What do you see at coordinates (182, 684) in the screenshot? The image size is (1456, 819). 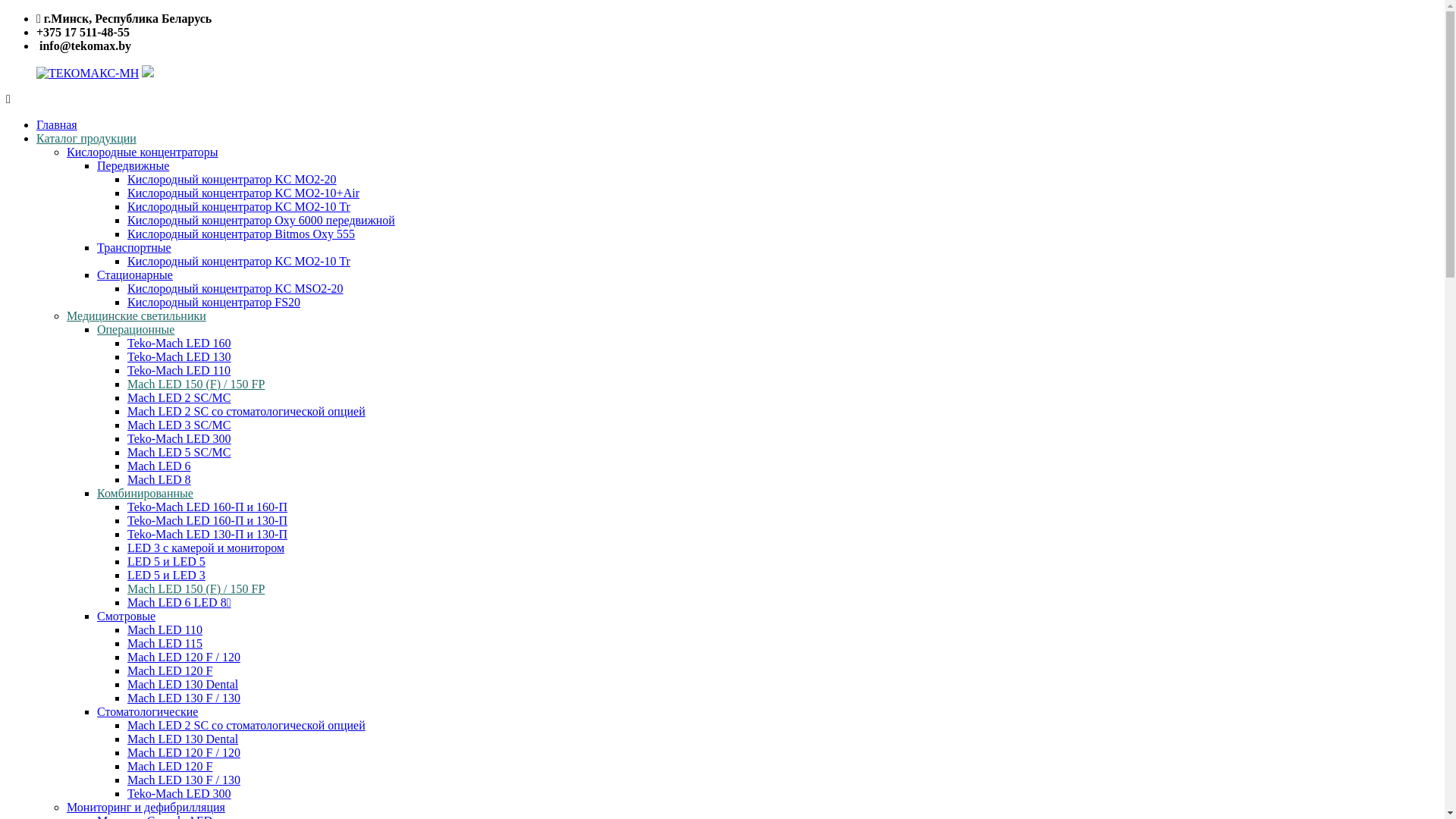 I see `'Mach LED 130 Dental'` at bounding box center [182, 684].